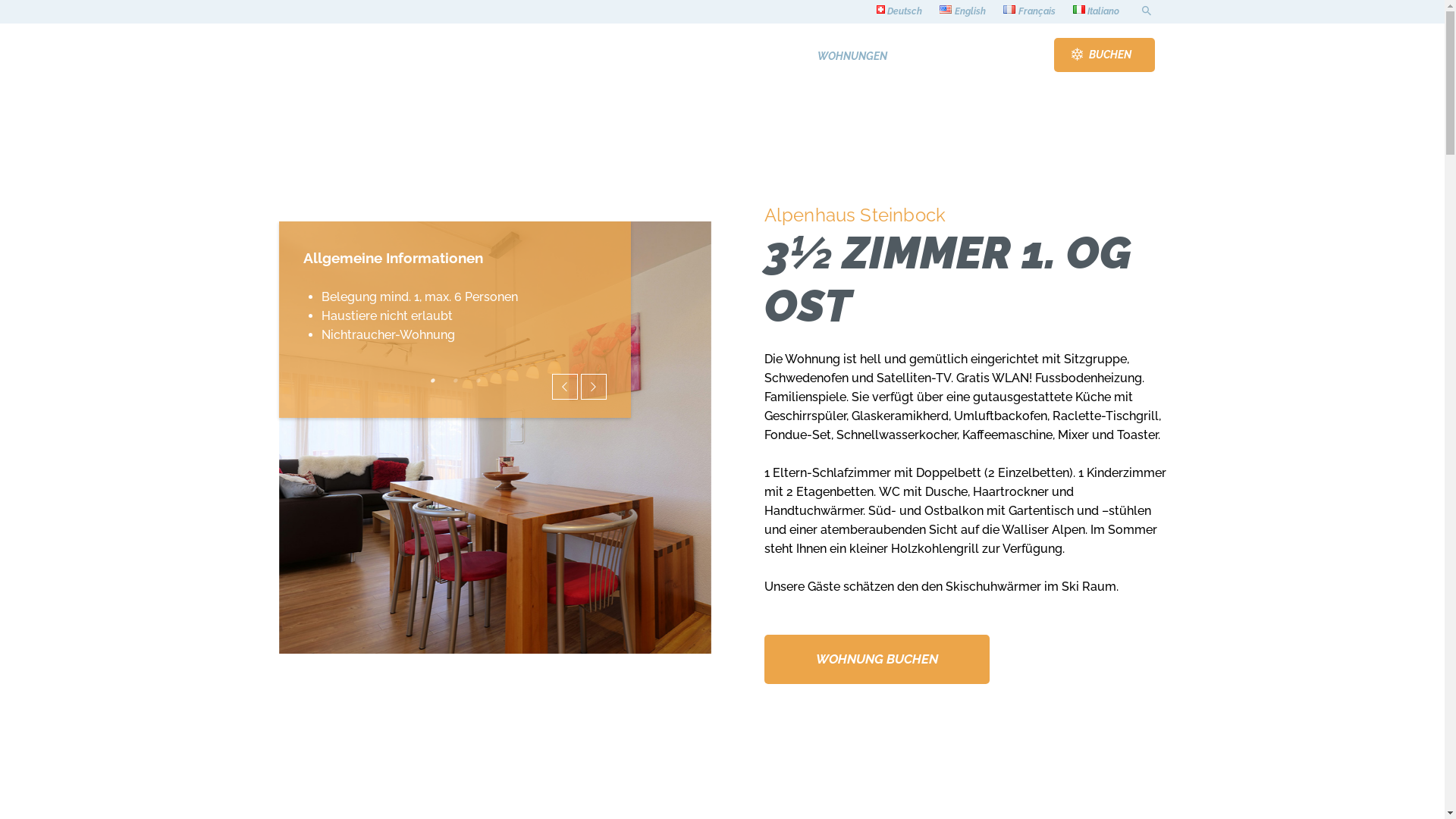 This screenshot has height=819, width=1456. What do you see at coordinates (934, 55) in the screenshot?
I see `'ANREISE'` at bounding box center [934, 55].